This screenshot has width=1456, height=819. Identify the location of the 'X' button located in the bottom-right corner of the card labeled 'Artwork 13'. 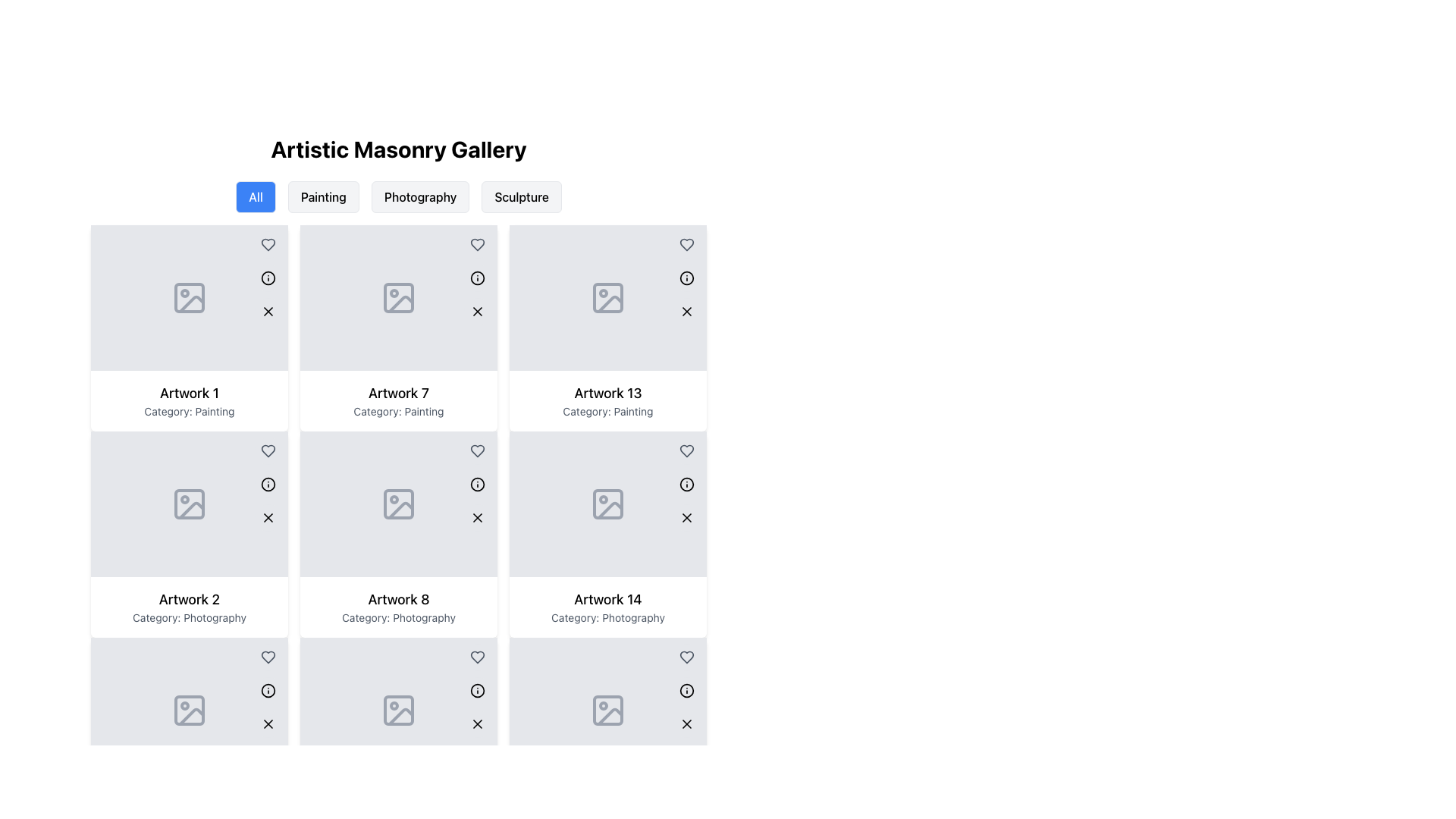
(686, 311).